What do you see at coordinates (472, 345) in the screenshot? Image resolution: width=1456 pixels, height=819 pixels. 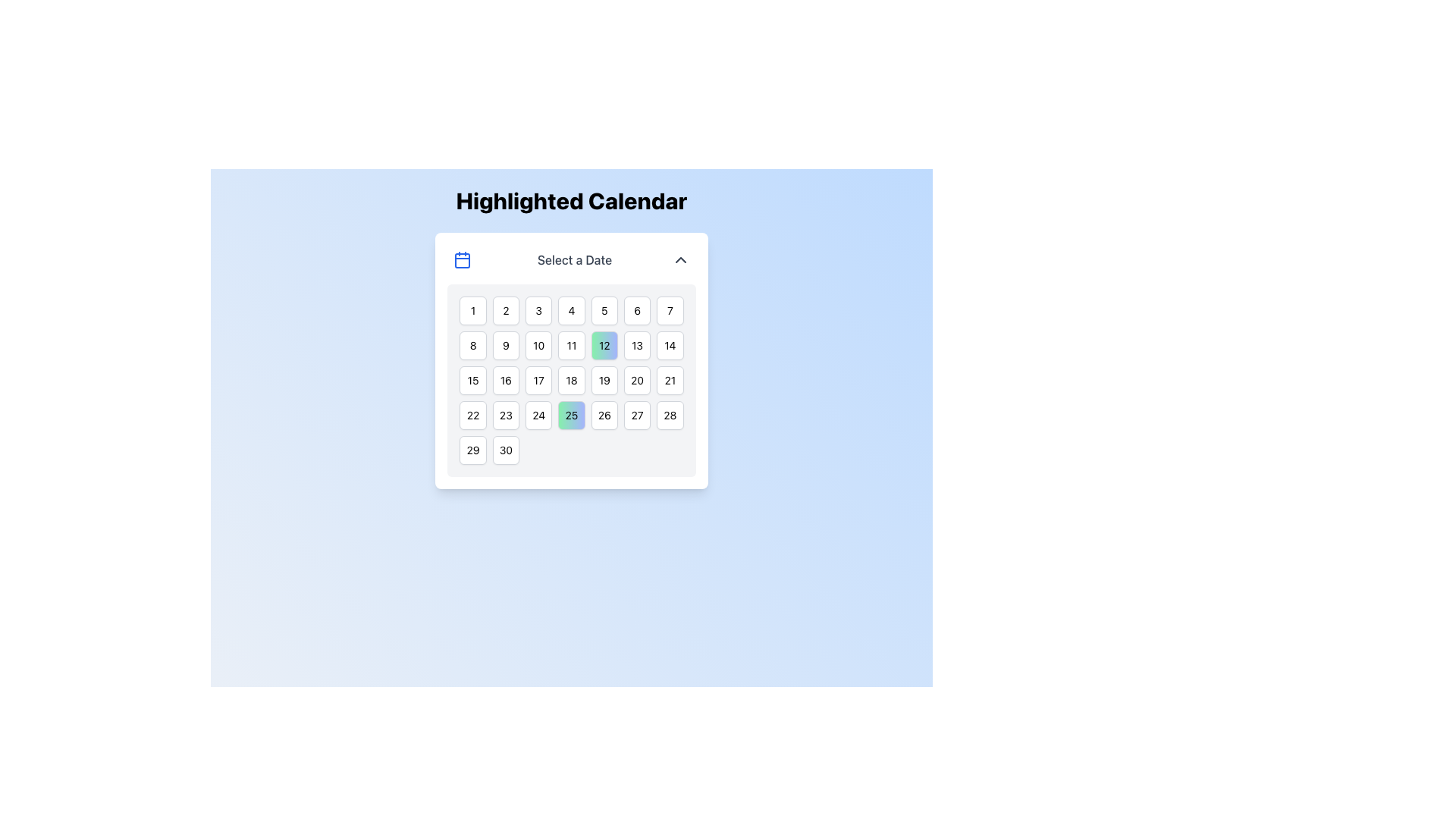 I see `the rounded rectangular button displaying the number '8'` at bounding box center [472, 345].